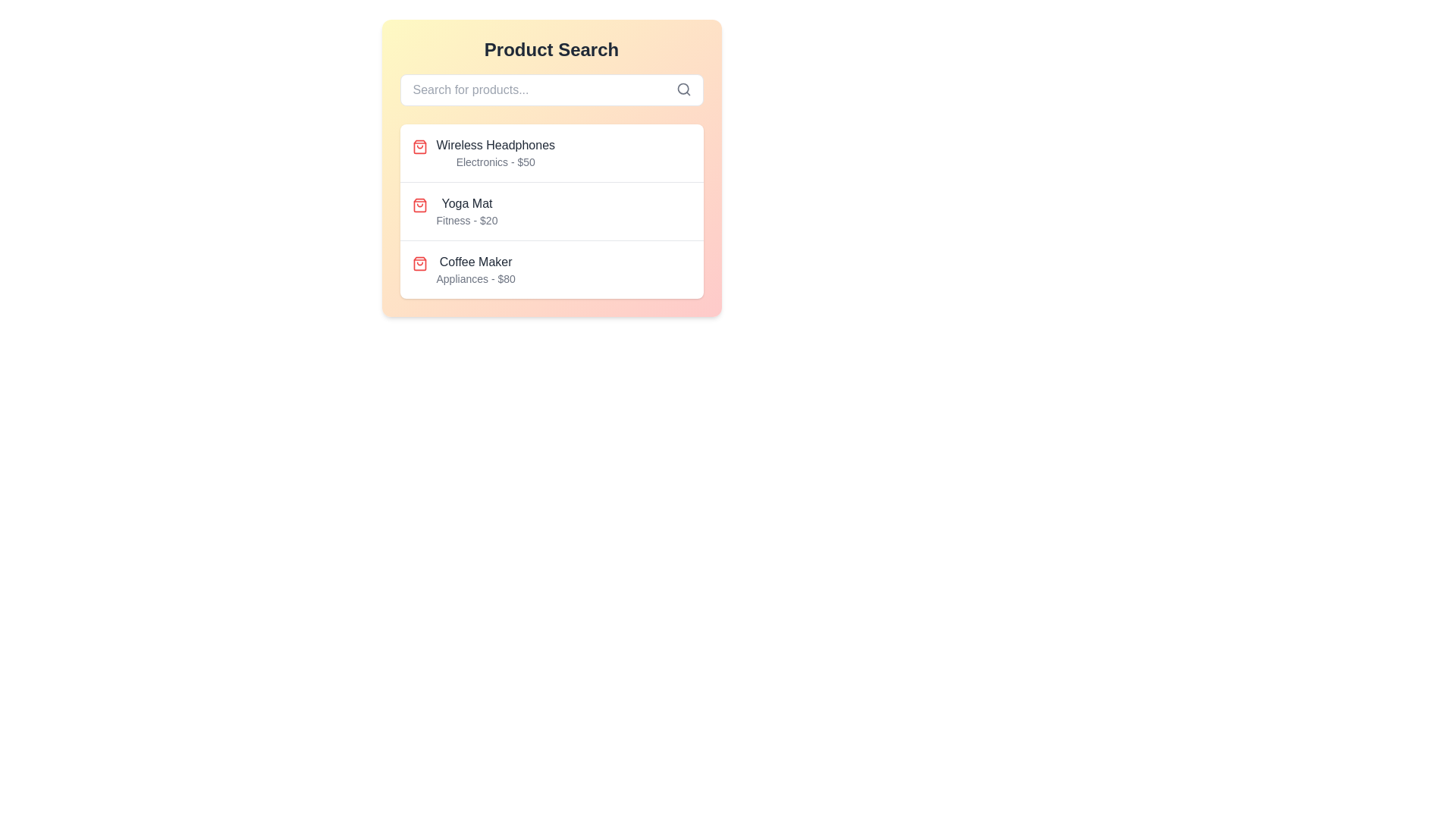 This screenshot has height=819, width=1456. I want to click on the outlined shopping bag icon with a red border located next to the 'Coffee Maker' product listing, so click(419, 262).